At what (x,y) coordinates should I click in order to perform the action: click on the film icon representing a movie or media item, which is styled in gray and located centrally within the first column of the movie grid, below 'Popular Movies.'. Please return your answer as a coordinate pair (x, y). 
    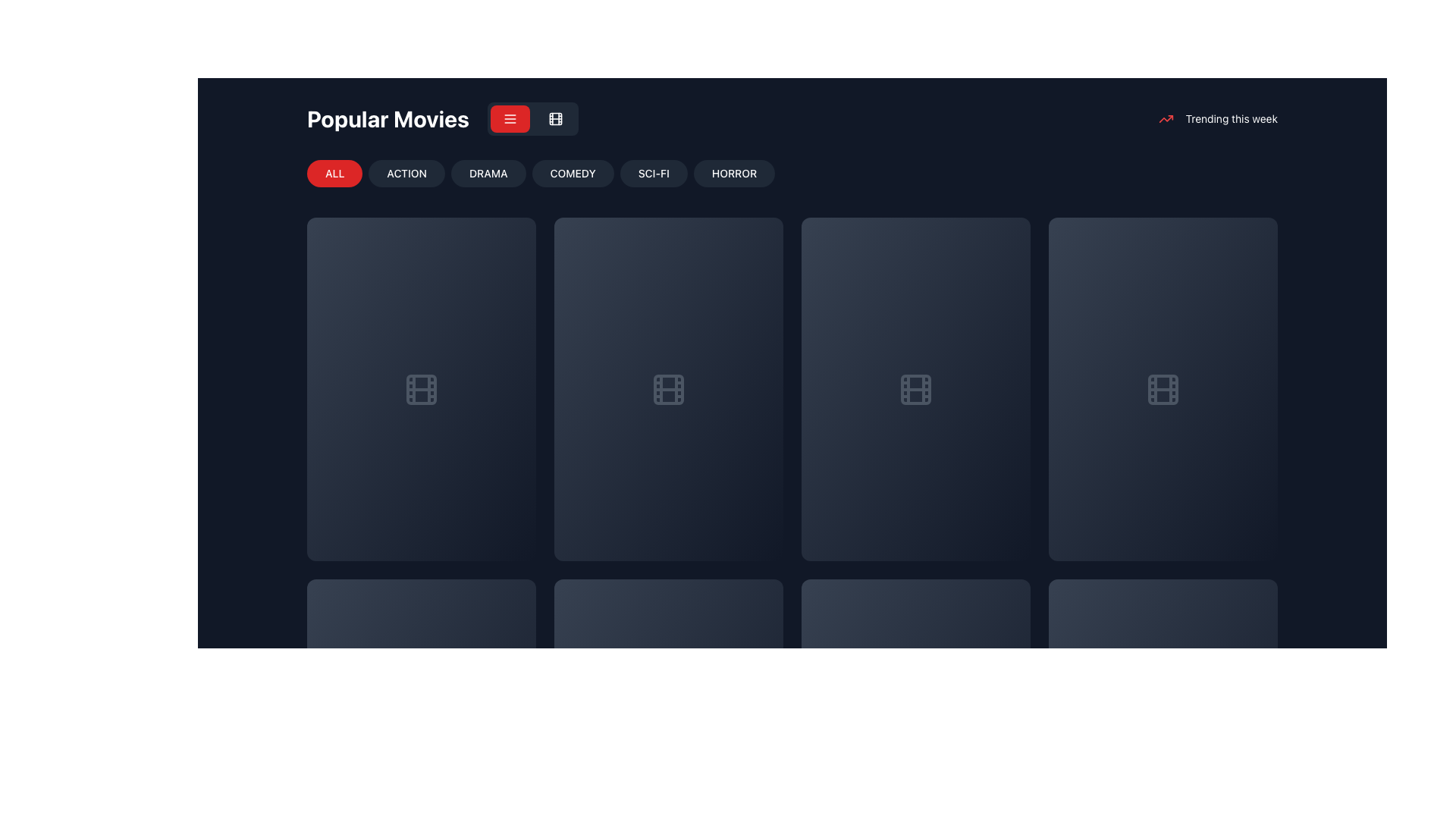
    Looking at the image, I should click on (422, 388).